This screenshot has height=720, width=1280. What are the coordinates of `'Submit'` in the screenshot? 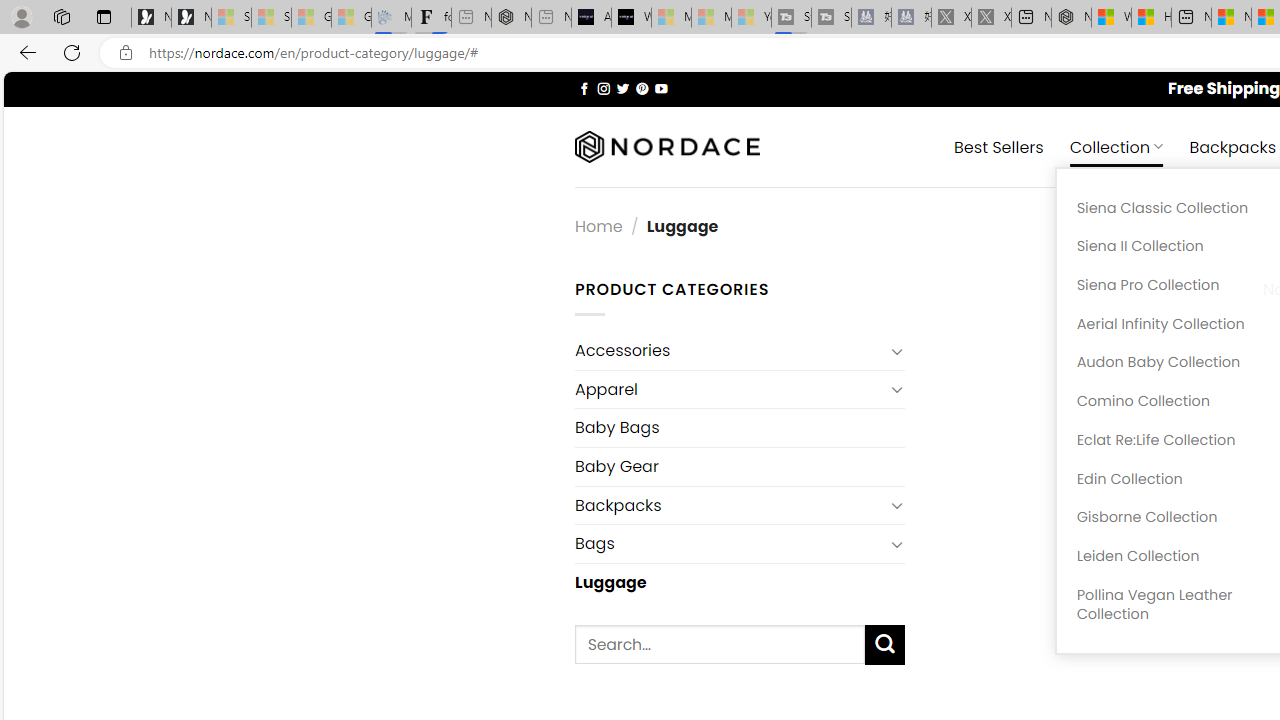 It's located at (884, 645).